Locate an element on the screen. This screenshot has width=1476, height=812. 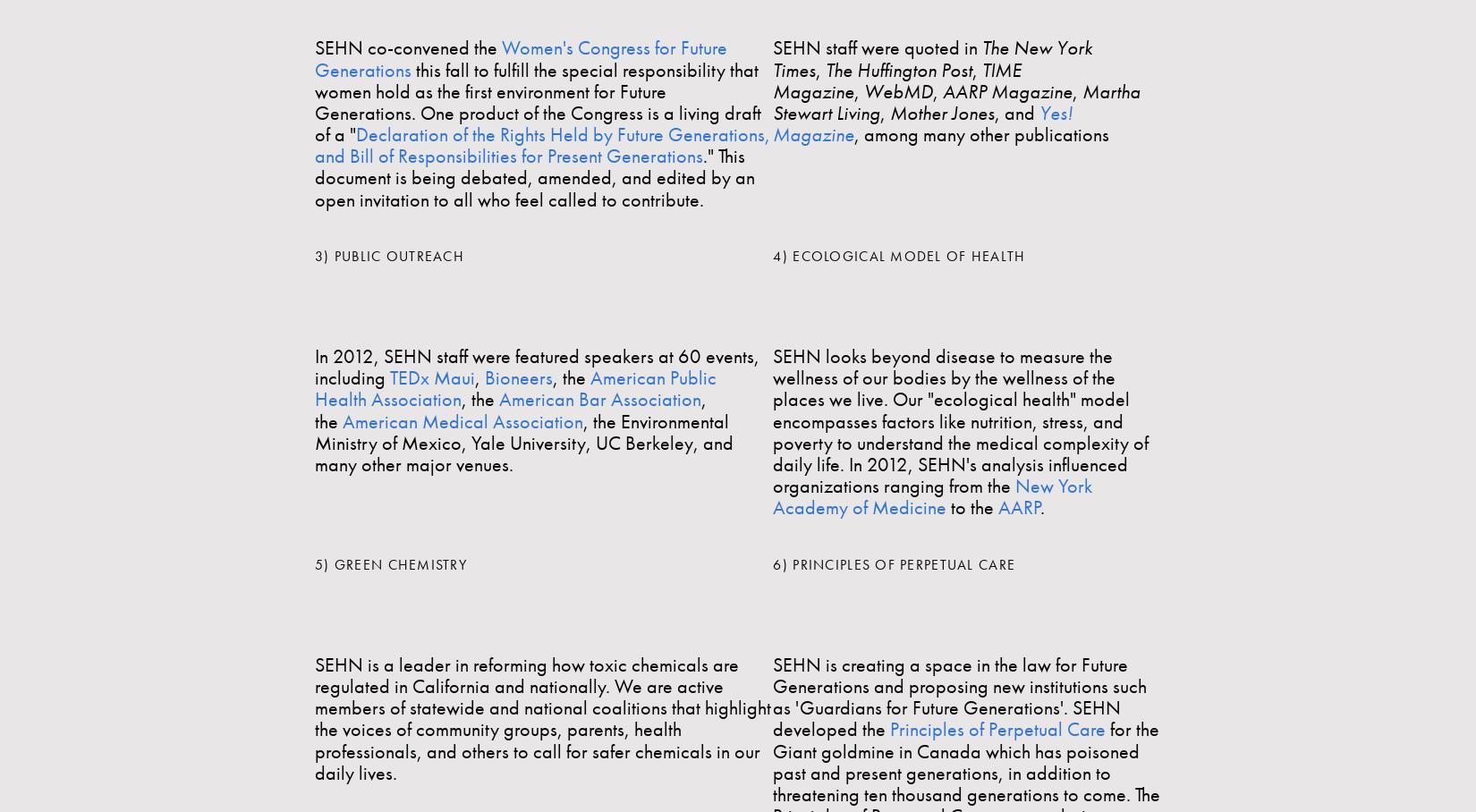
'TIME Magazine' is located at coordinates (772, 79).